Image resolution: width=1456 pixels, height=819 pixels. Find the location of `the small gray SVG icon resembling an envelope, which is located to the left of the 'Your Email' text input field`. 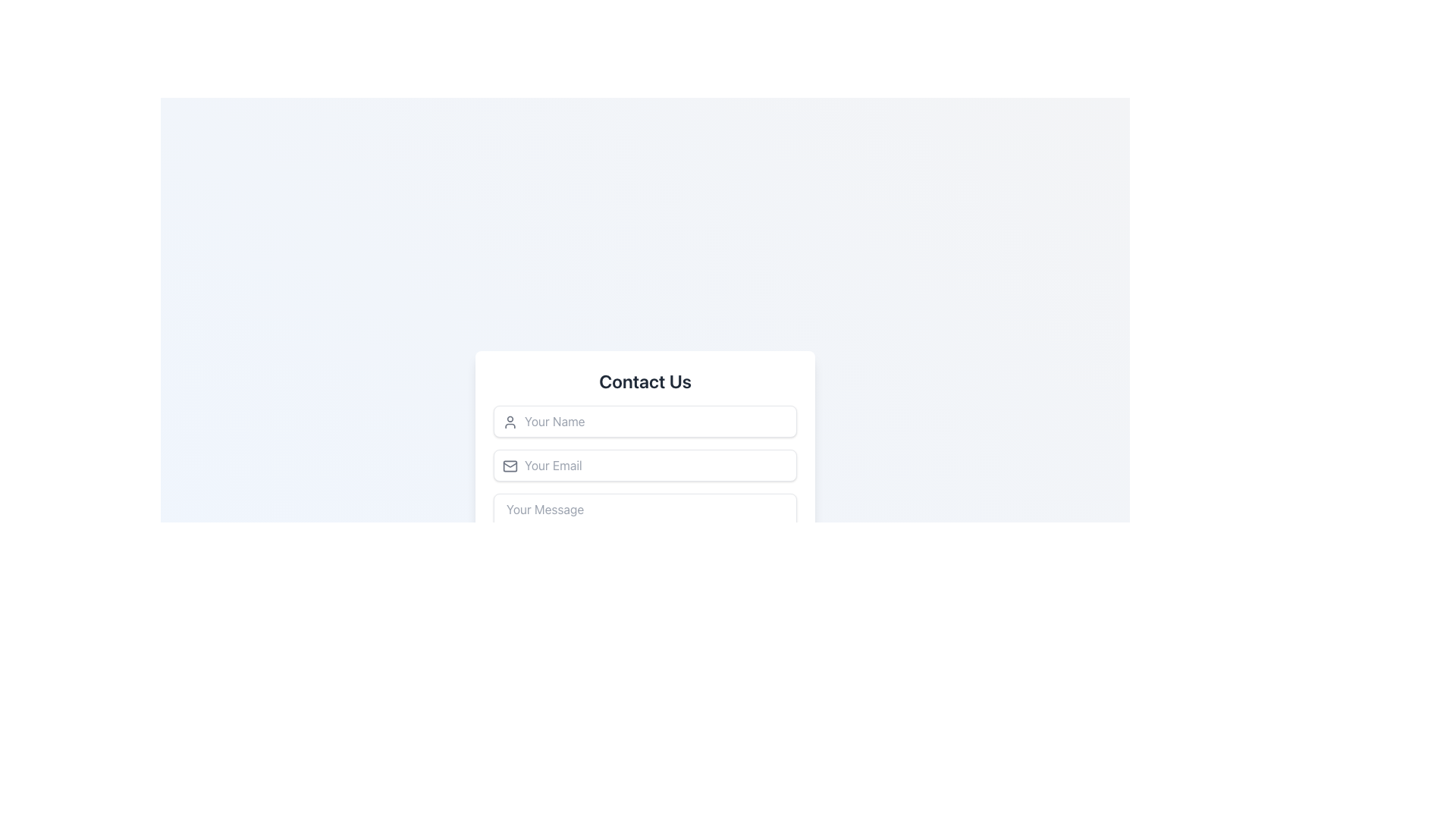

the small gray SVG icon resembling an envelope, which is located to the left of the 'Your Email' text input field is located at coordinates (510, 465).